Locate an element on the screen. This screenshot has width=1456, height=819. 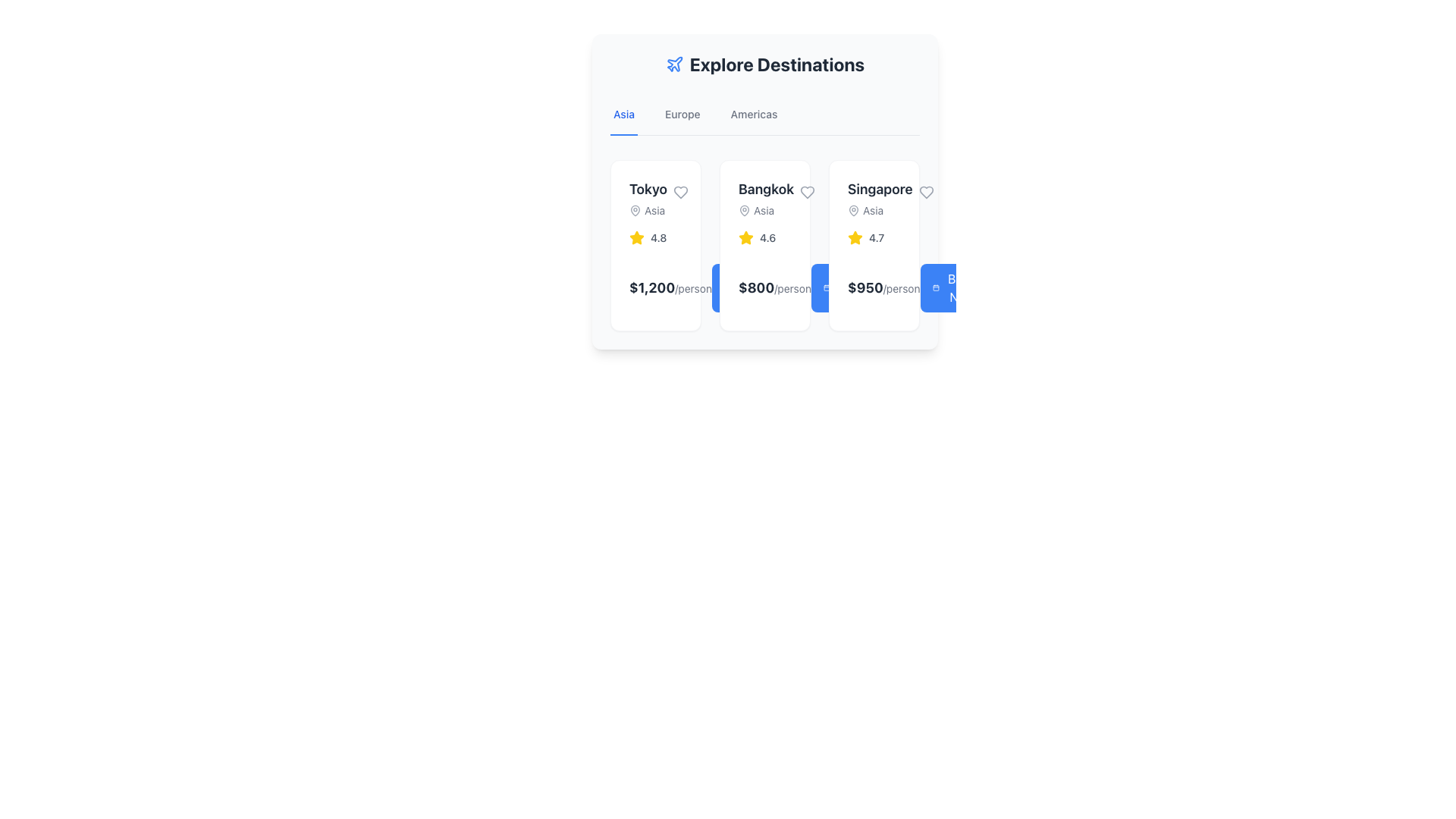
title text label located at the top of the leftmost card in a horizontally arranged card layout, which indicates the name of the destination is located at coordinates (648, 189).